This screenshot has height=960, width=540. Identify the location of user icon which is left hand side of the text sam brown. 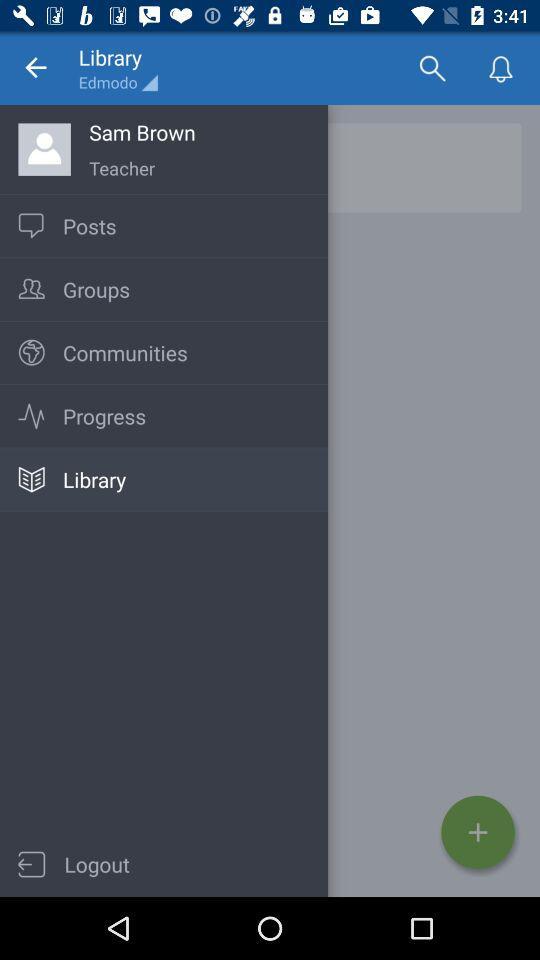
(44, 148).